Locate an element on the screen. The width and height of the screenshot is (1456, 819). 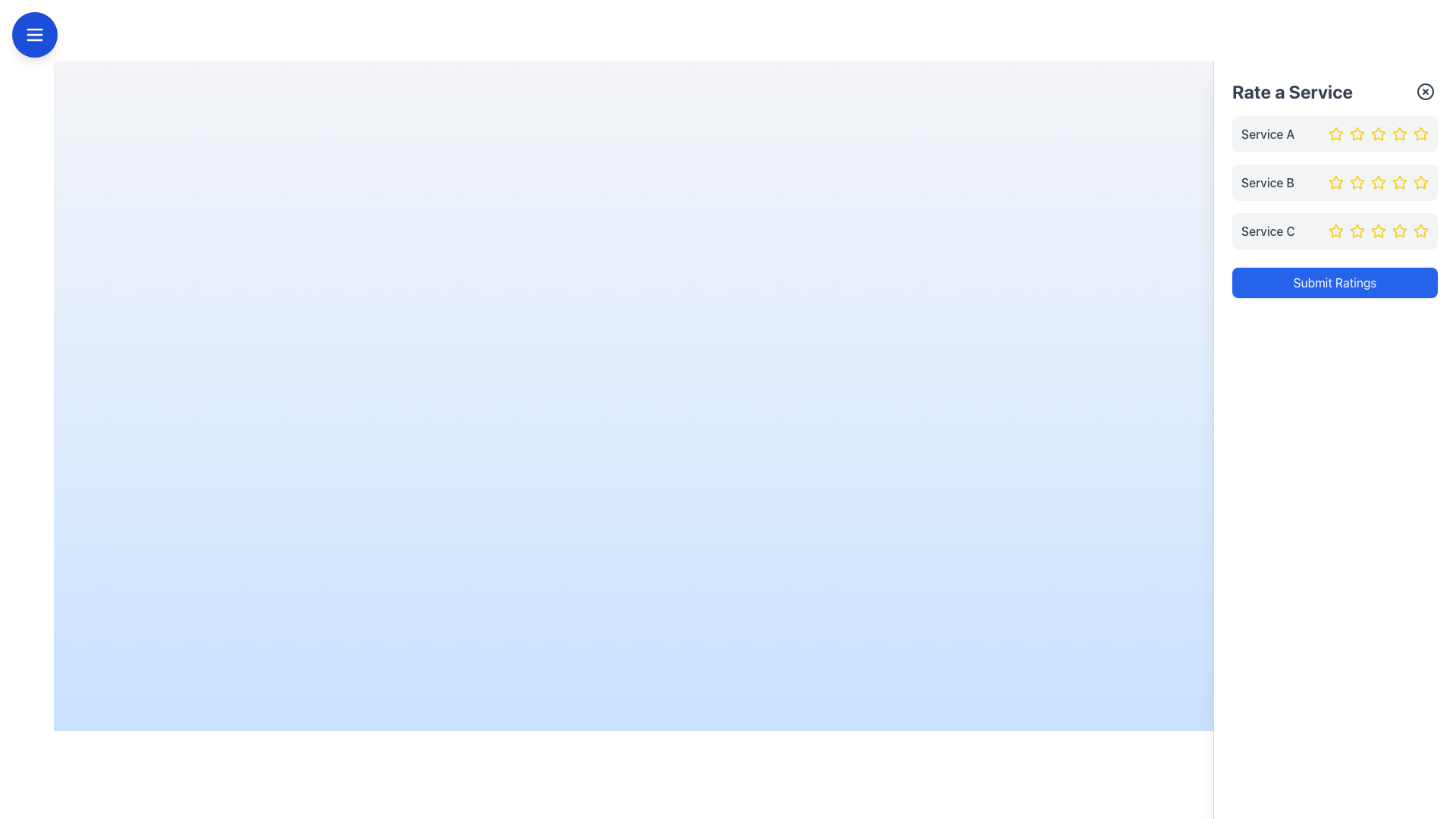
the 'Submit Ratings' button located at the bottom right of the 'Rate a Service' panel is located at coordinates (1335, 283).